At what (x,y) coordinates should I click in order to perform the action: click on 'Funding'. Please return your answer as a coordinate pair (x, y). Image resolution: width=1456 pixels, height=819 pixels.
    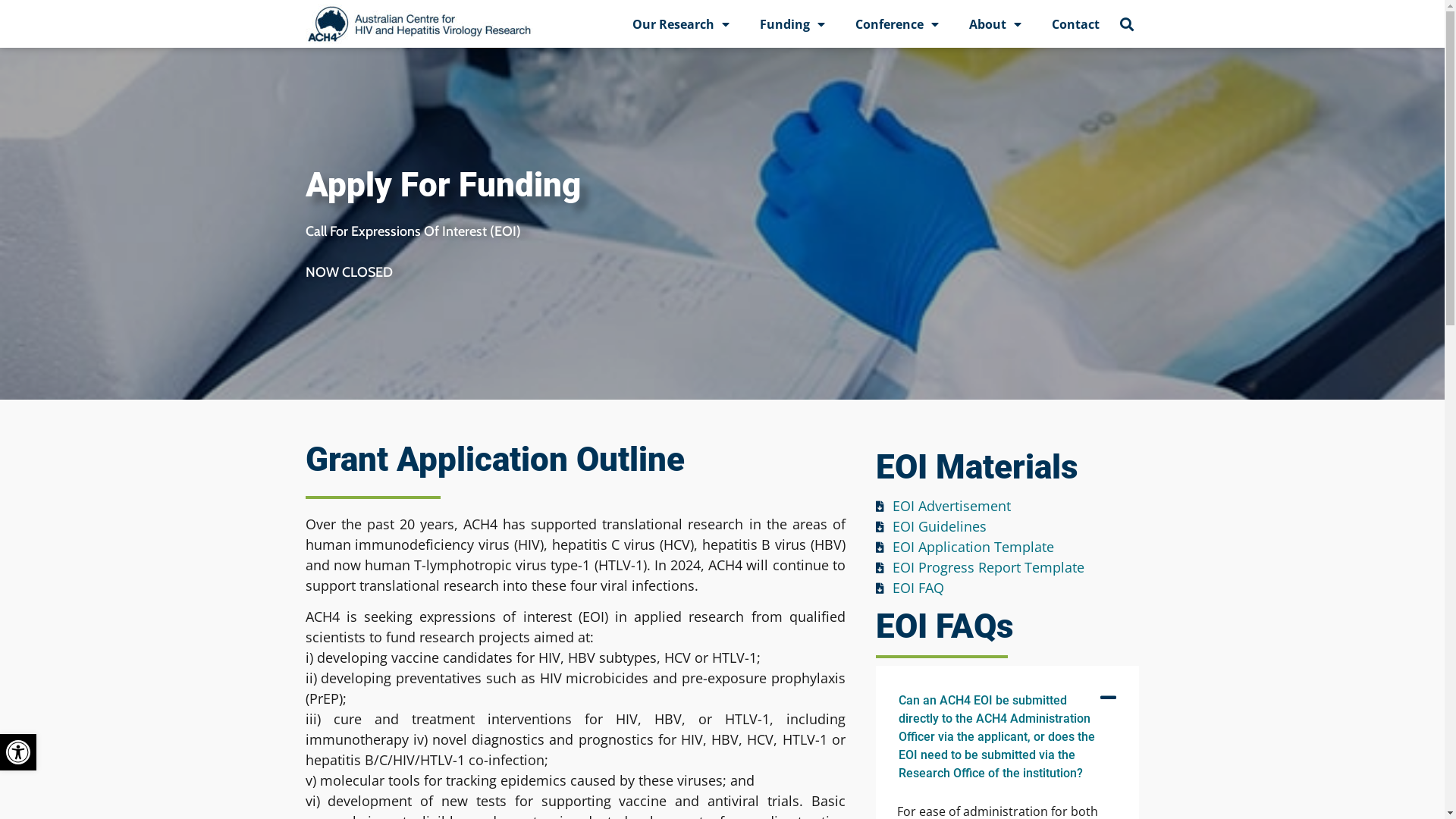
    Looking at the image, I should click on (792, 24).